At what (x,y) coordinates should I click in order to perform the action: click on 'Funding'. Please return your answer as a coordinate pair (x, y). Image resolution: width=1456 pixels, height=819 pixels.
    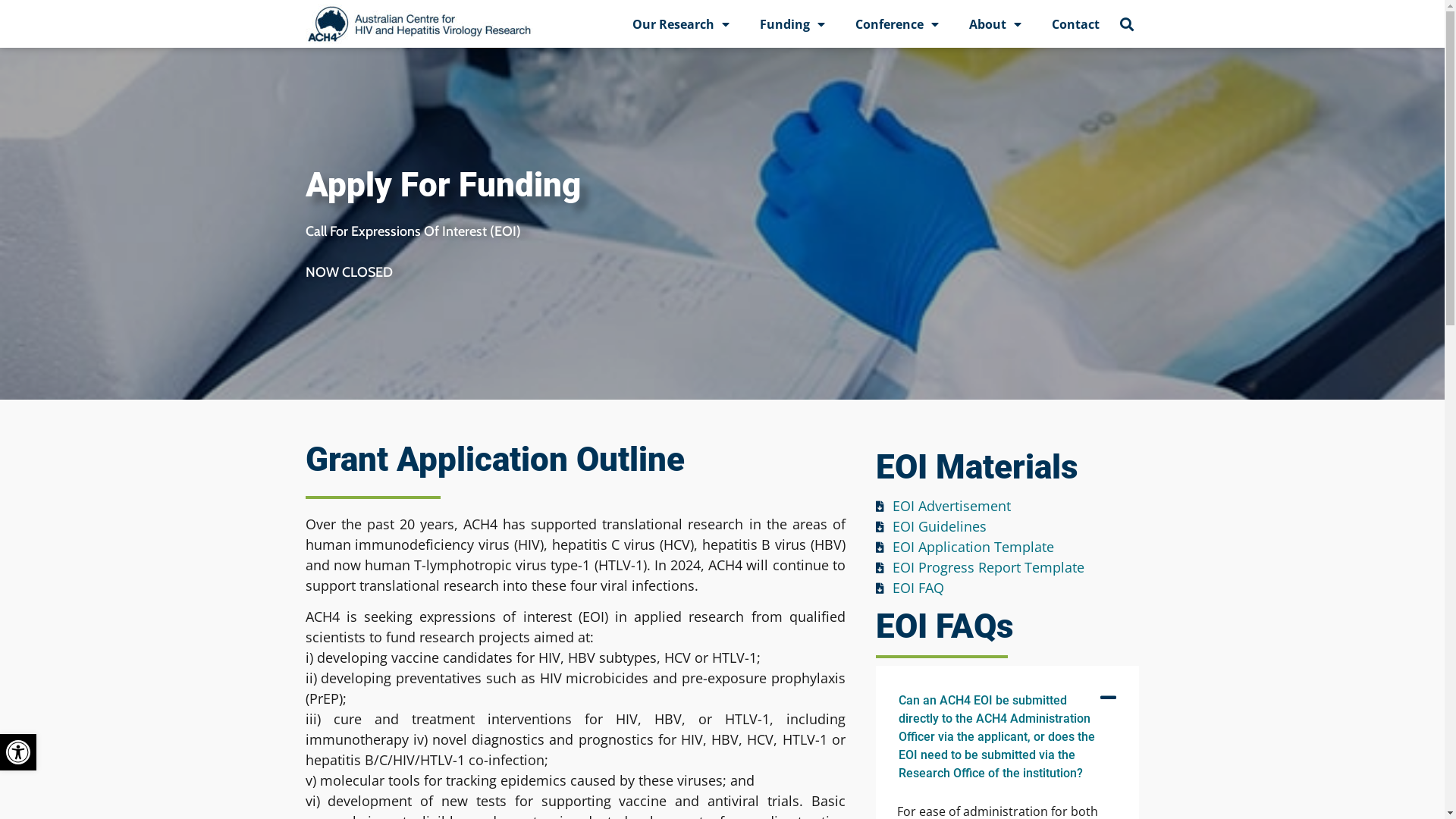
    Looking at the image, I should click on (792, 24).